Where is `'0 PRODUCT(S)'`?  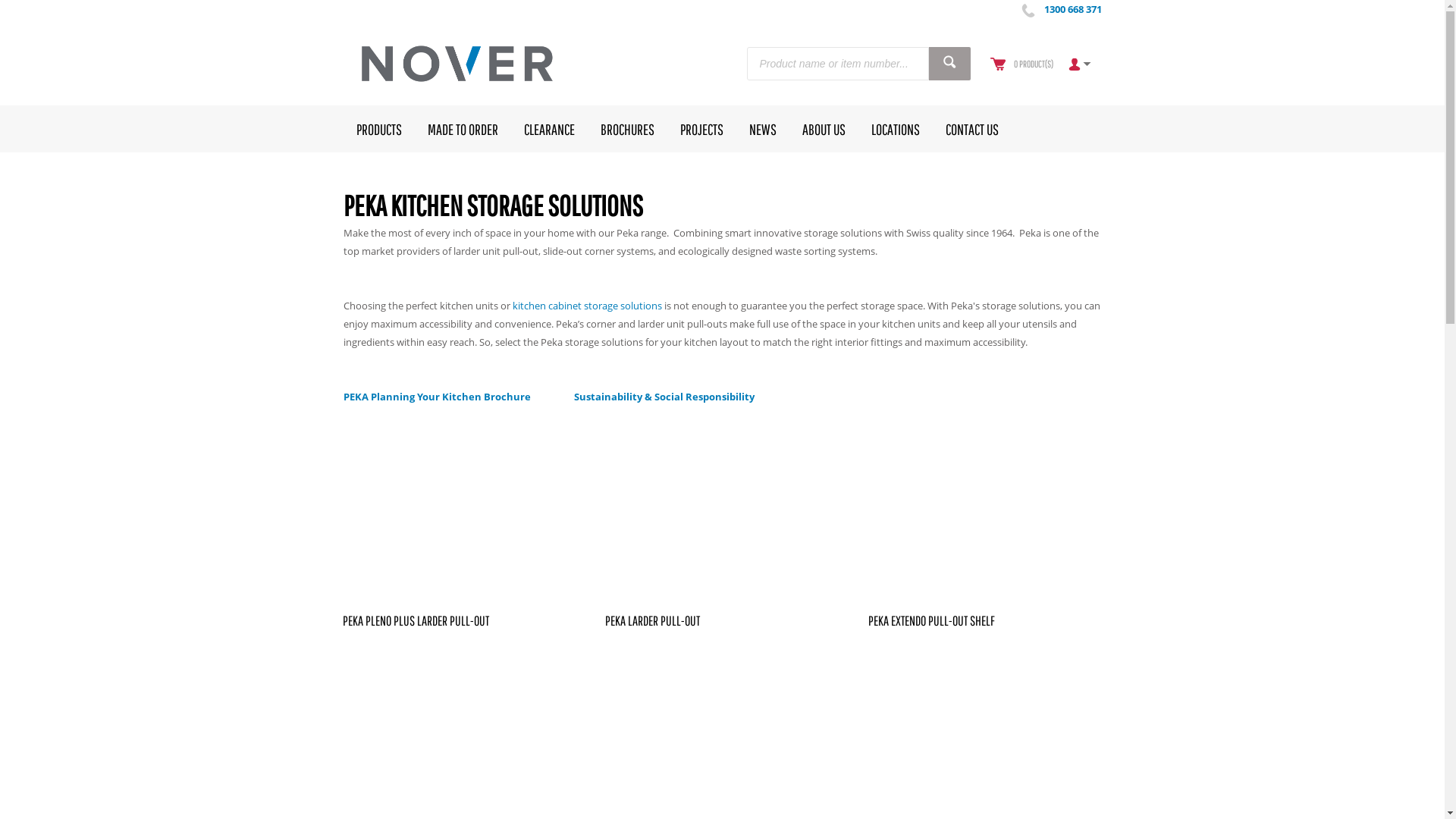 '0 PRODUCT(S)' is located at coordinates (1032, 63).